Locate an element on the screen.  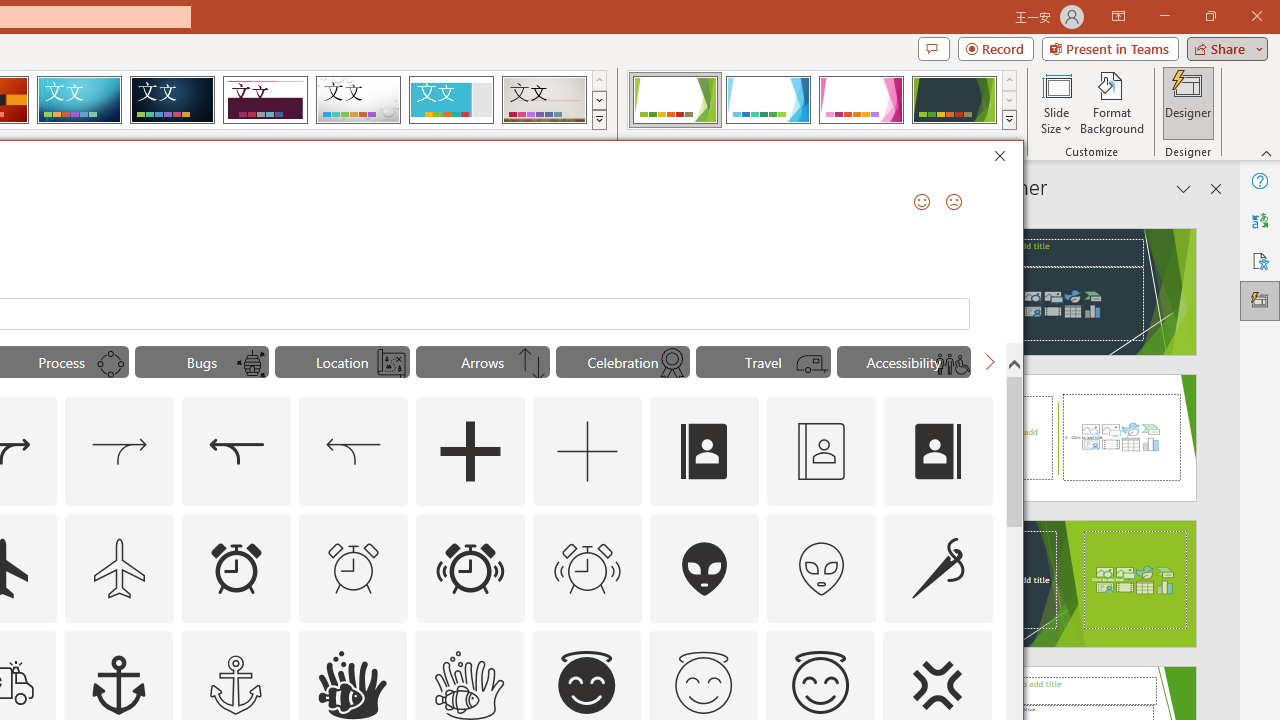
'AutomationID: Icons_AlterationsTailoring' is located at coordinates (937, 568).